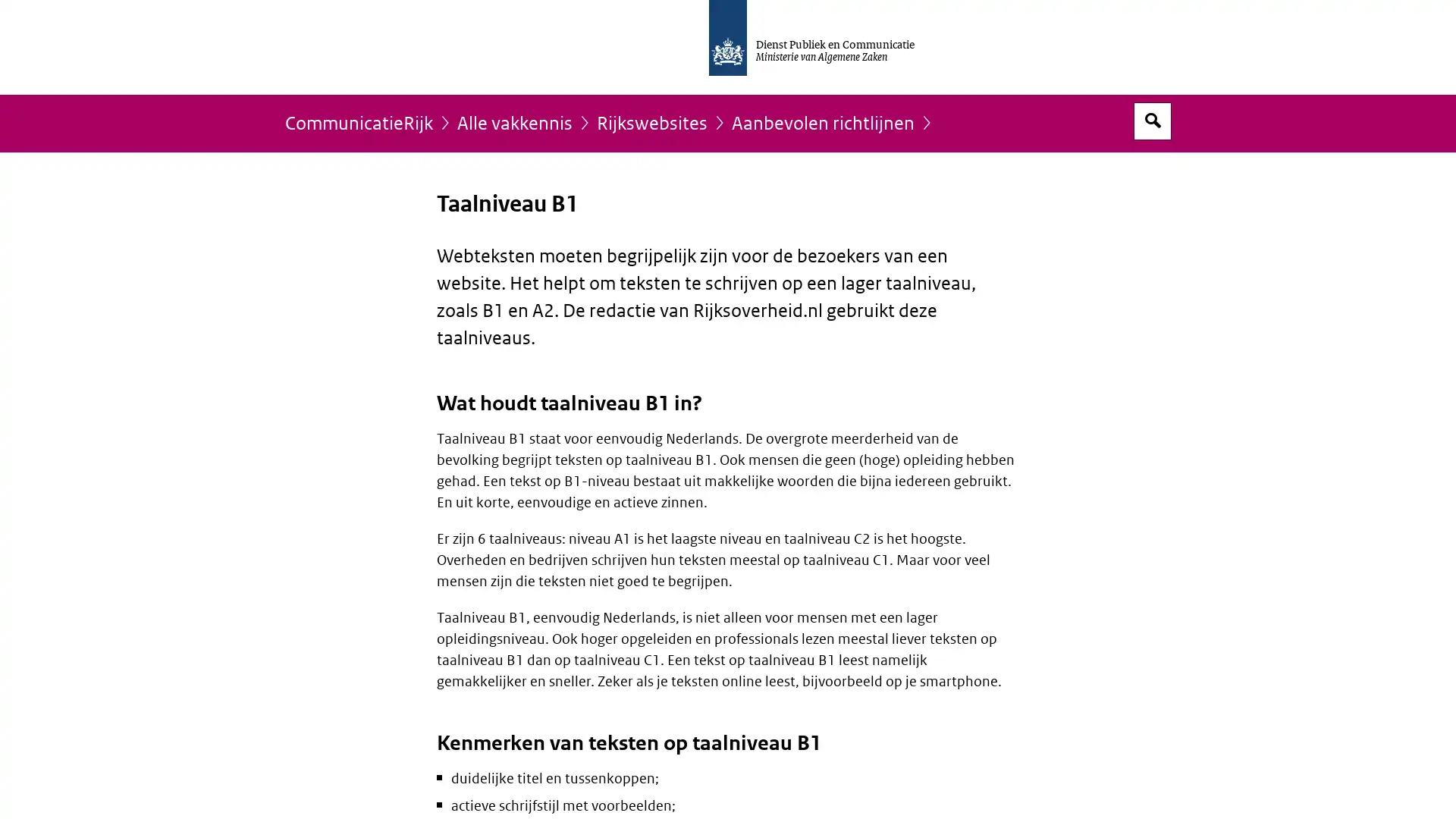  Describe the element at coordinates (1153, 120) in the screenshot. I see `Open zoekveld` at that location.